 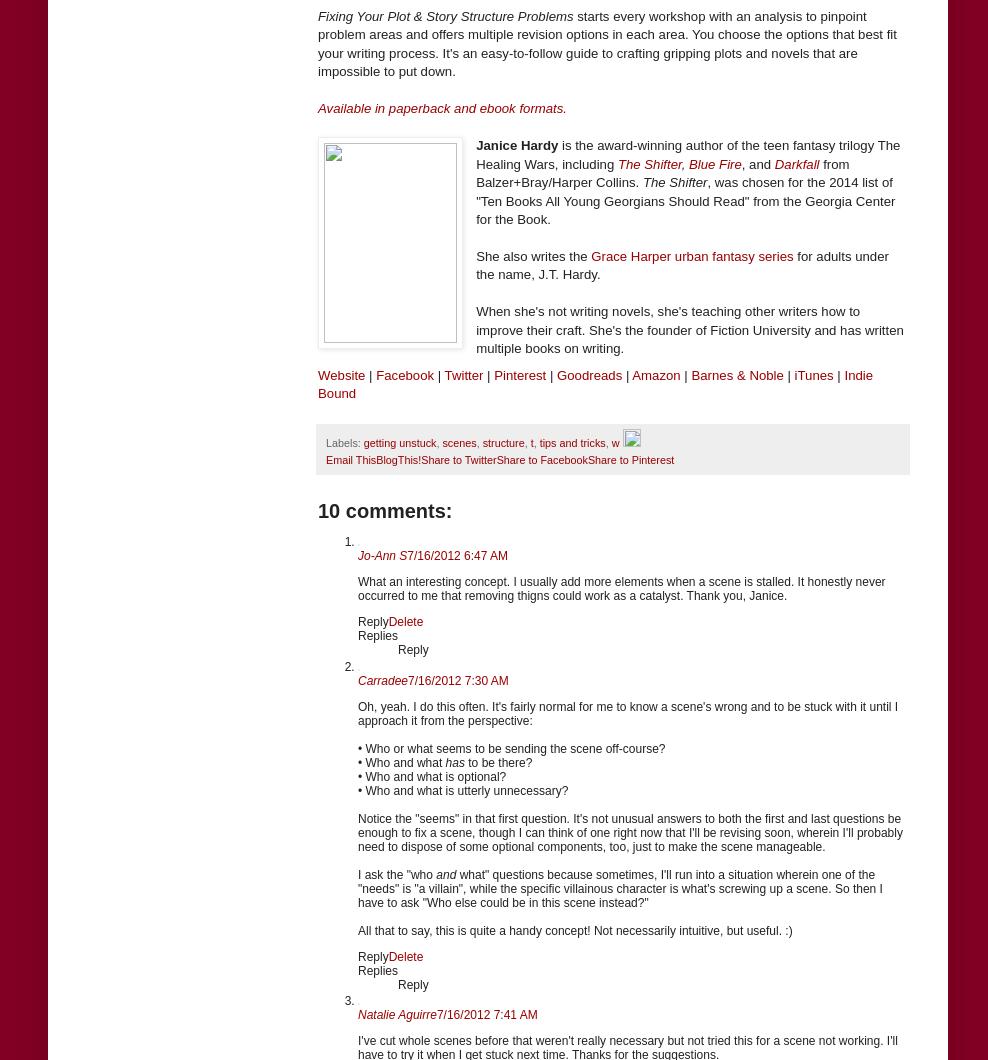 I want to click on 'w', so click(x=615, y=441).